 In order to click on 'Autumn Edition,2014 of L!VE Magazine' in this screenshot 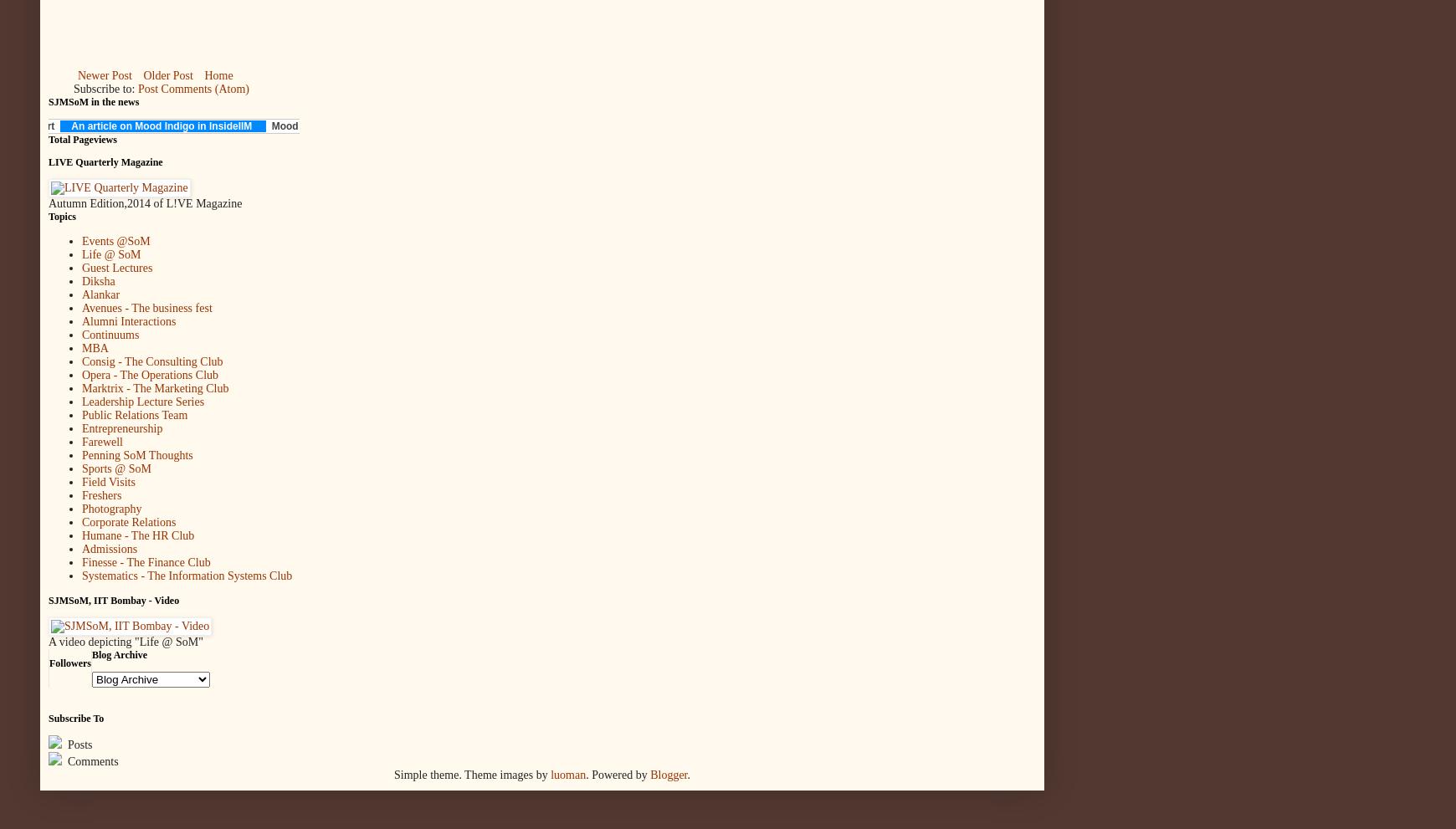, I will do `click(144, 203)`.